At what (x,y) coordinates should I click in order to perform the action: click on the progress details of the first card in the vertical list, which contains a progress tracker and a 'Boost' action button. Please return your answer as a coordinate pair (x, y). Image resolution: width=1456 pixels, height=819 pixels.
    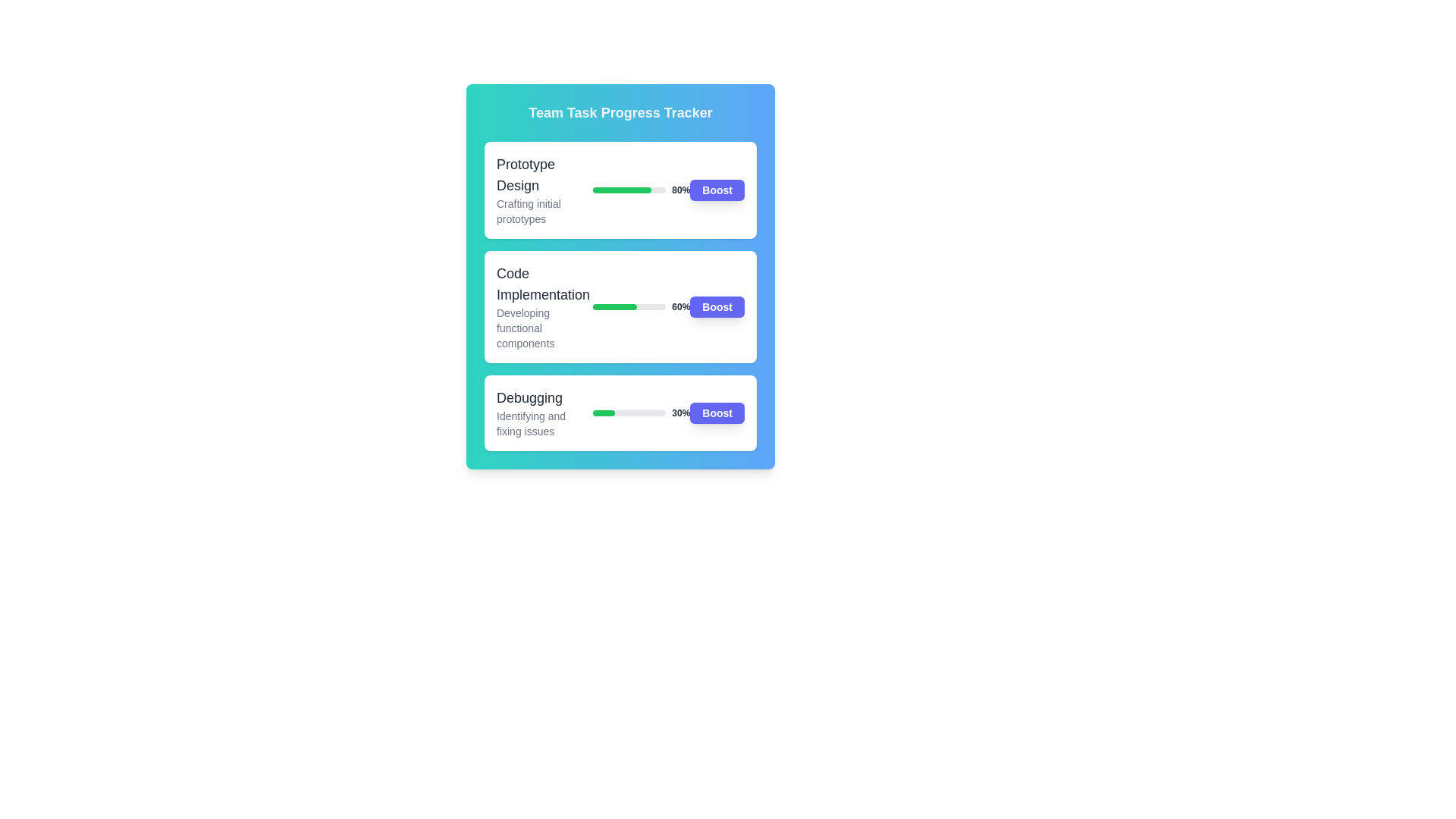
    Looking at the image, I should click on (620, 189).